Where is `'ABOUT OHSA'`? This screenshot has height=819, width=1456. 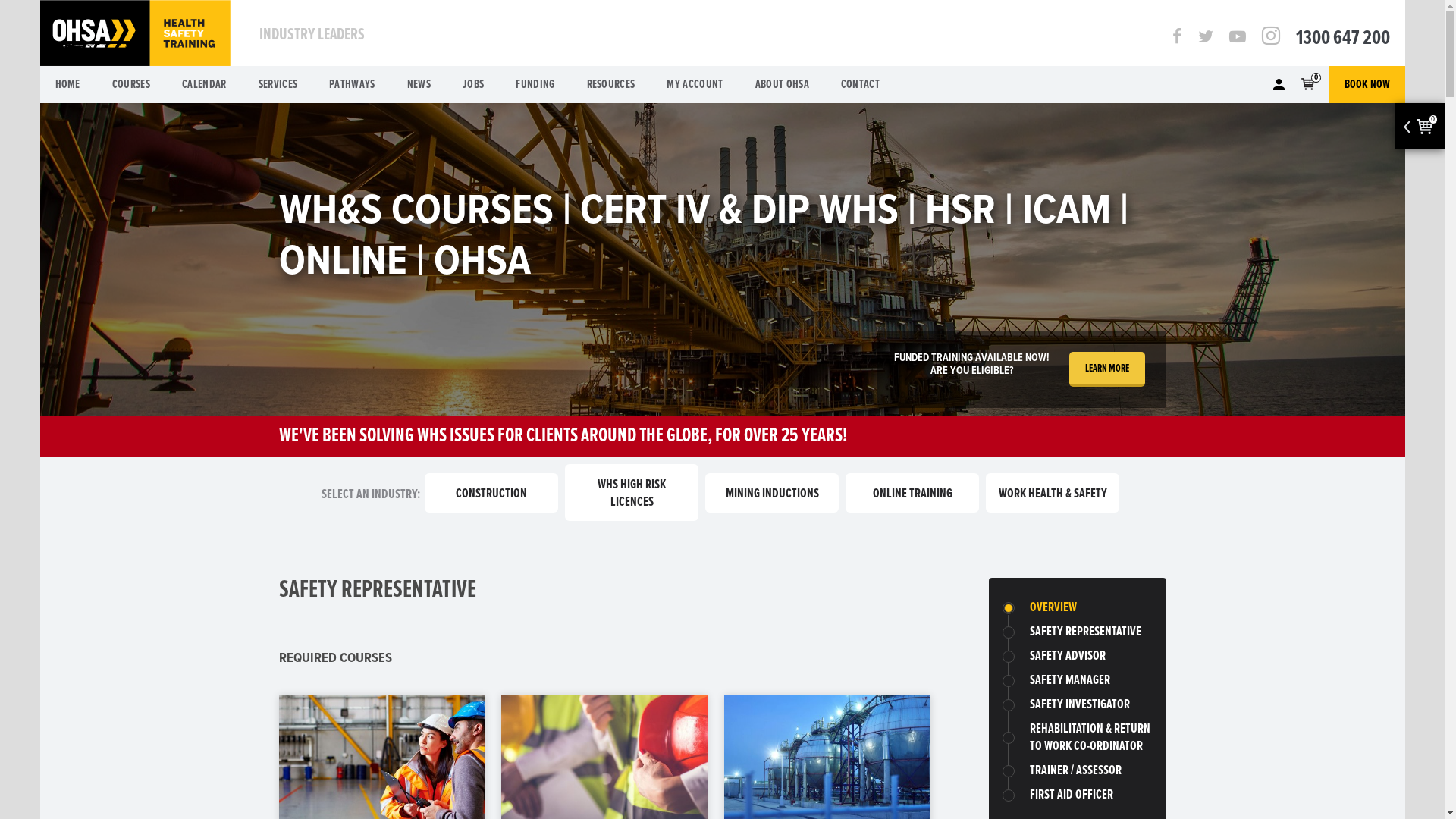 'ABOUT OHSA' is located at coordinates (782, 84).